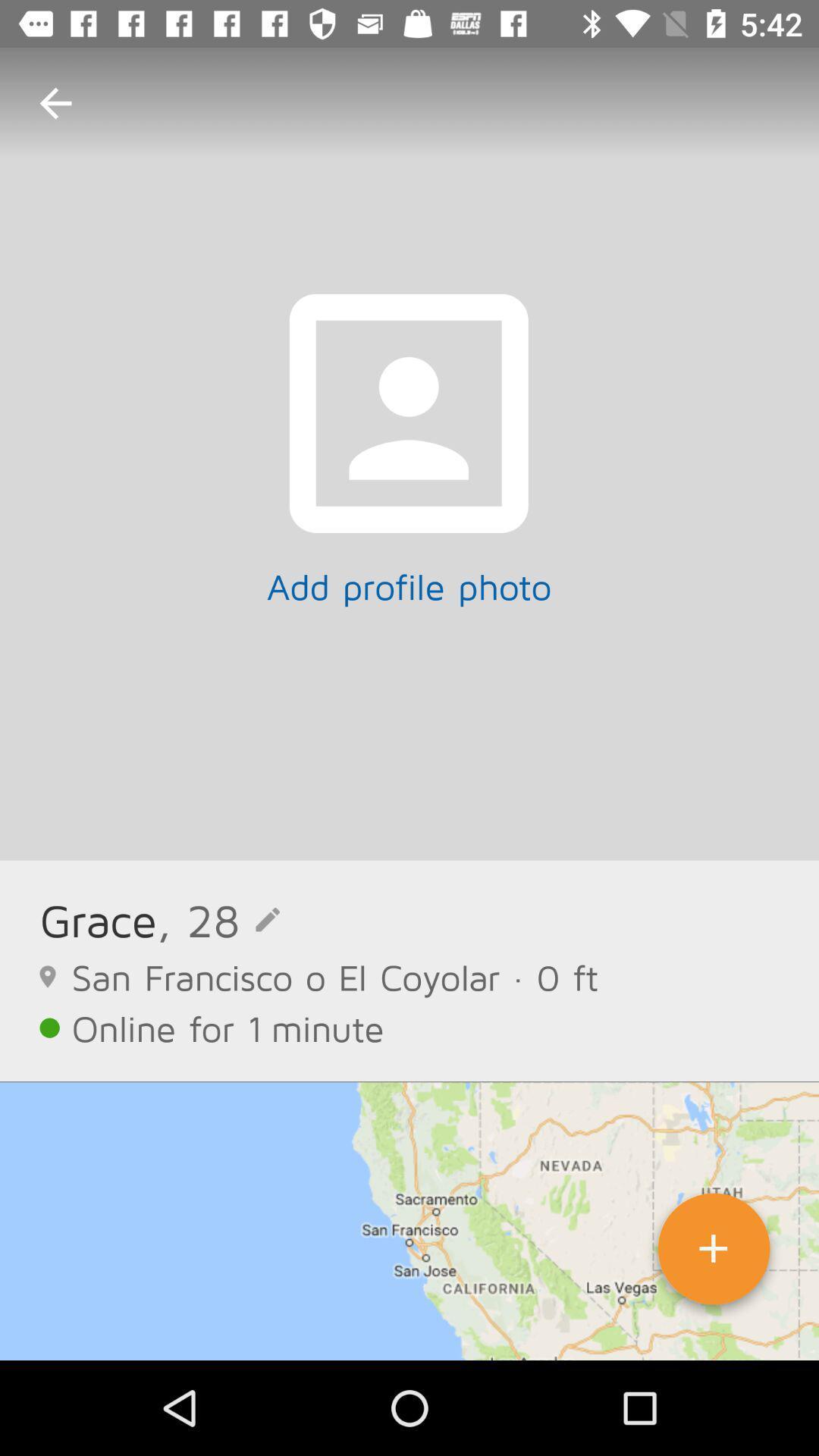 The image size is (819, 1456). Describe the element at coordinates (98, 919) in the screenshot. I see `the icon next to the , 28 item` at that location.